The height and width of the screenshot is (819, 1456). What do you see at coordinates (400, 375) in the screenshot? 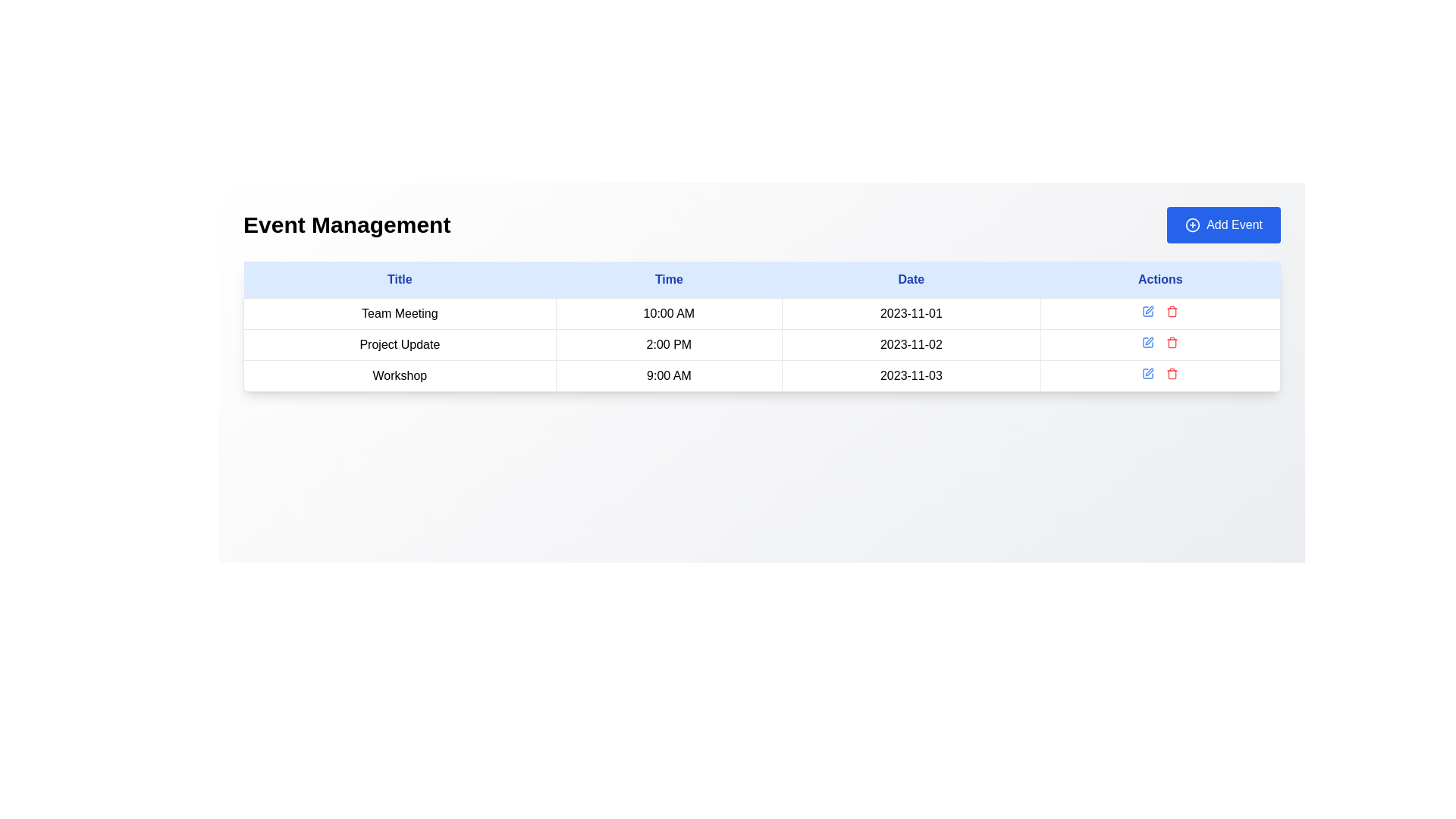
I see `the text label representing the title of a scheduled event located in the leftmost column of the third row below 'Project Update' and above the next row entry` at bounding box center [400, 375].